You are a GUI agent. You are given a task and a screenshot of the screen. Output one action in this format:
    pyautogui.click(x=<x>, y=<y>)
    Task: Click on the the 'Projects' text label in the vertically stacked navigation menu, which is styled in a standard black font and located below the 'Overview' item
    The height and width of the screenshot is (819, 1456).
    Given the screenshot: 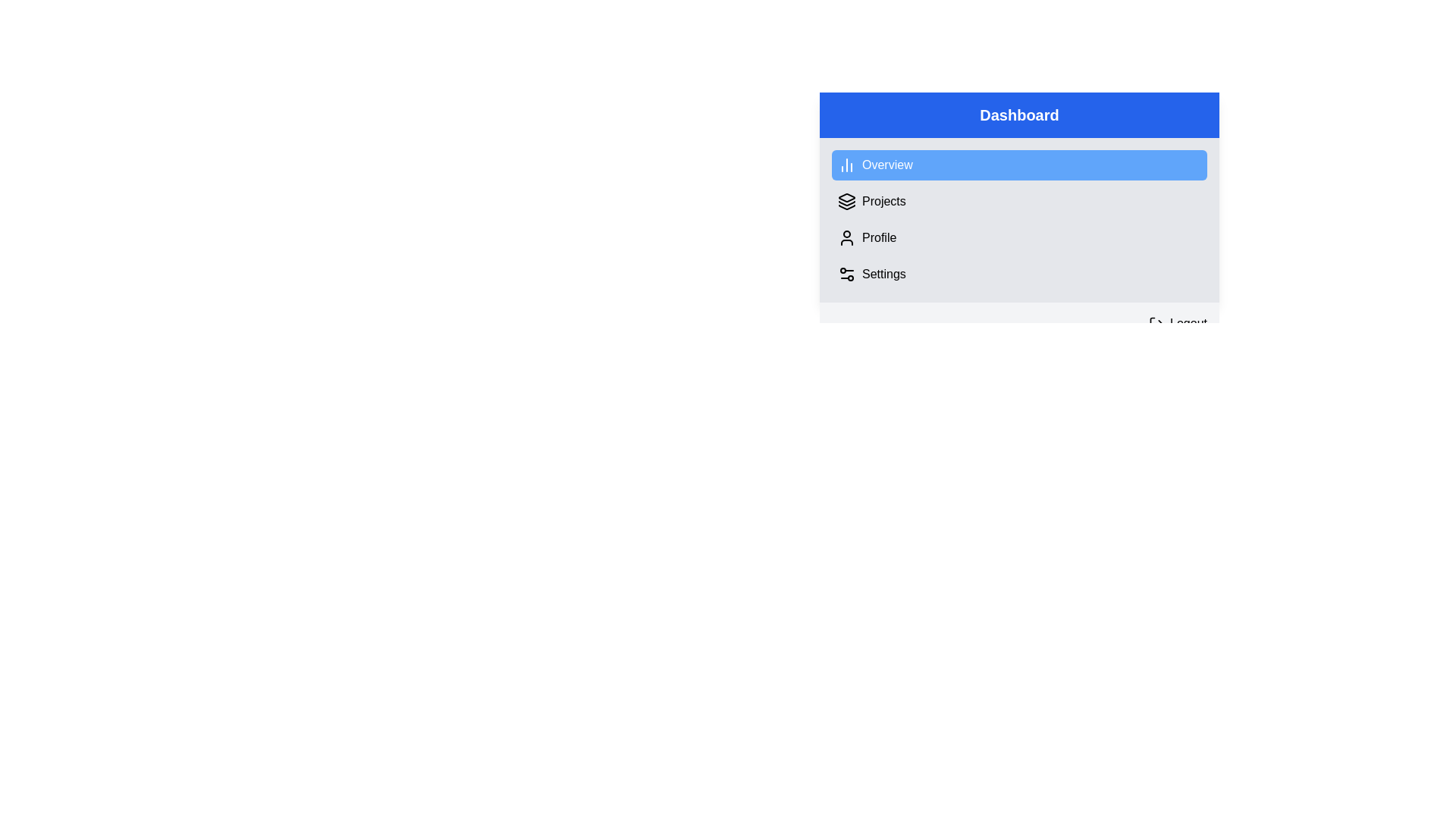 What is the action you would take?
    pyautogui.click(x=883, y=201)
    